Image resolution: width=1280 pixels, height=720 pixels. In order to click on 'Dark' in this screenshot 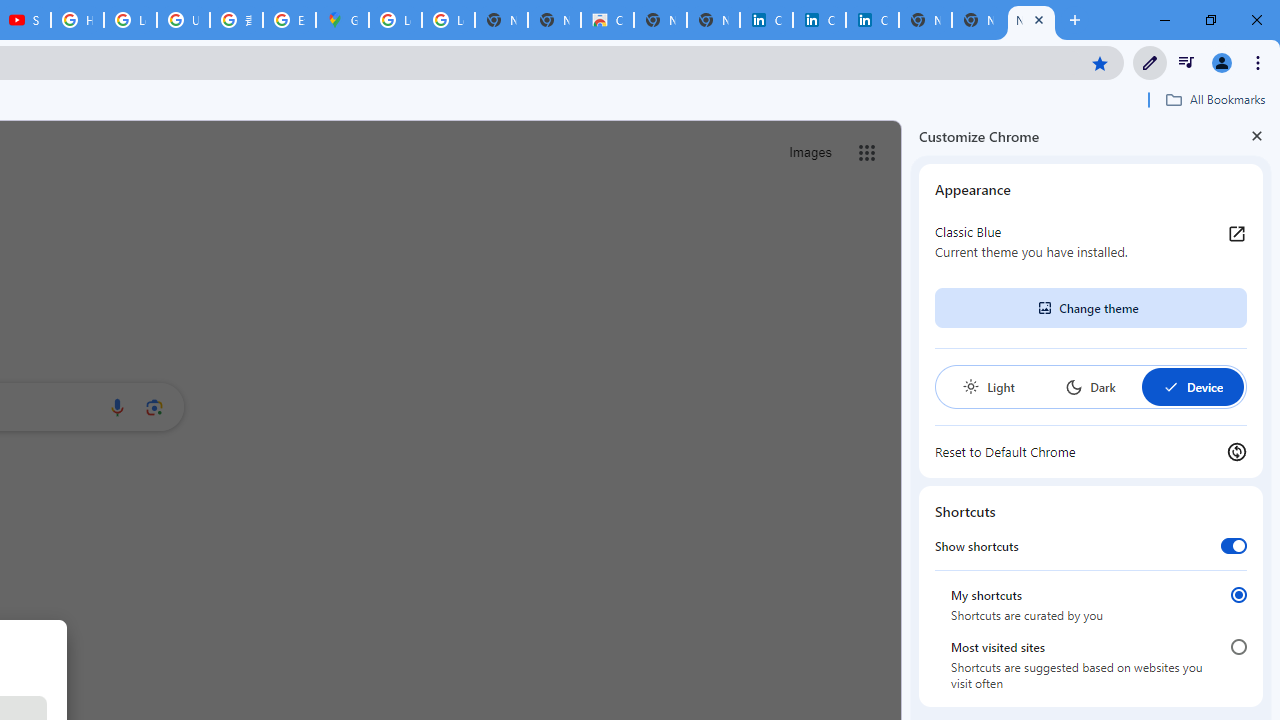, I will do `click(1089, 387)`.